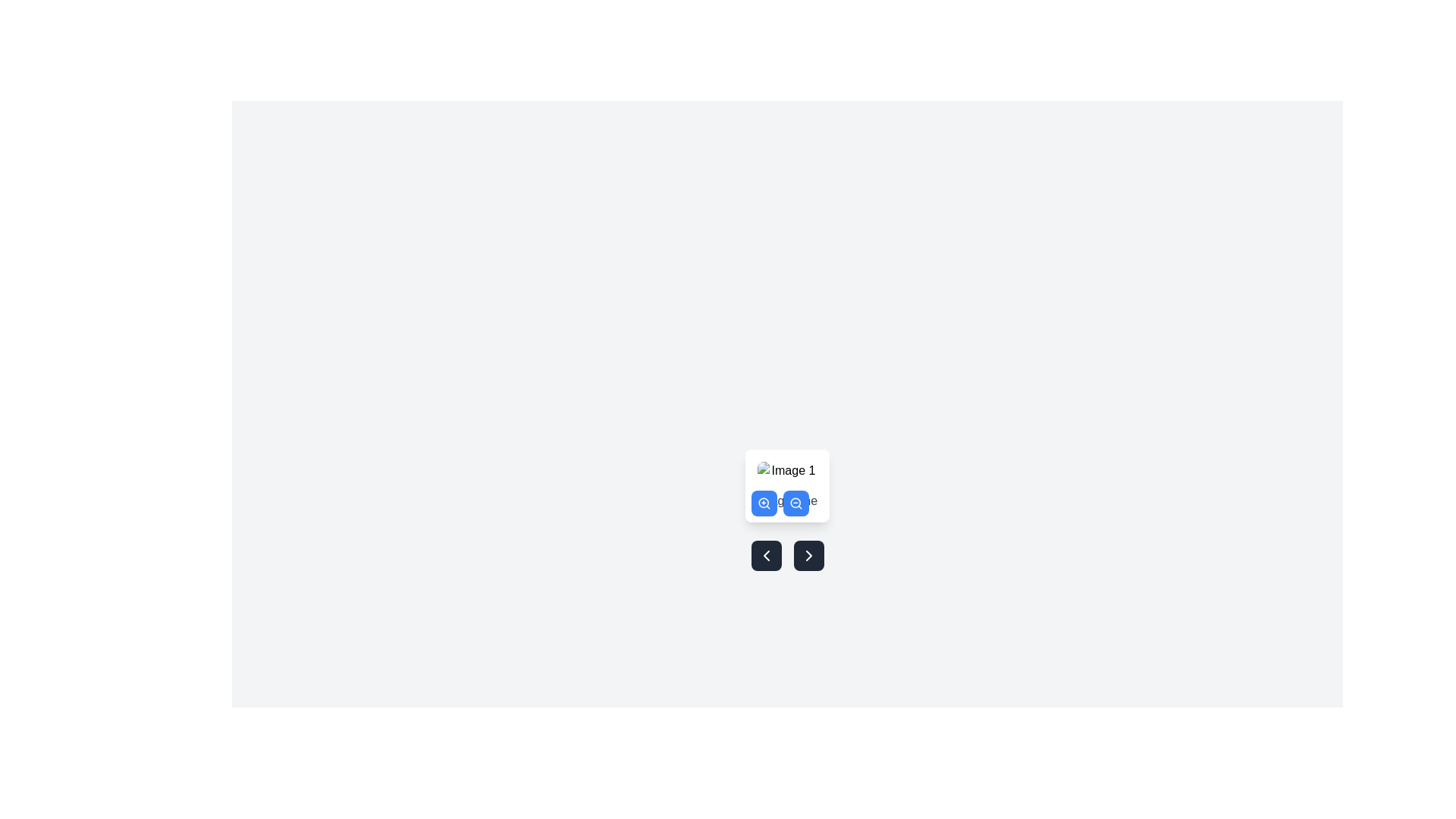  What do you see at coordinates (787, 470) in the screenshot?
I see `small image placeholder with a light gray border and rounded corners located at the top of the card-like component, positioned above the text label 'Image One'` at bounding box center [787, 470].